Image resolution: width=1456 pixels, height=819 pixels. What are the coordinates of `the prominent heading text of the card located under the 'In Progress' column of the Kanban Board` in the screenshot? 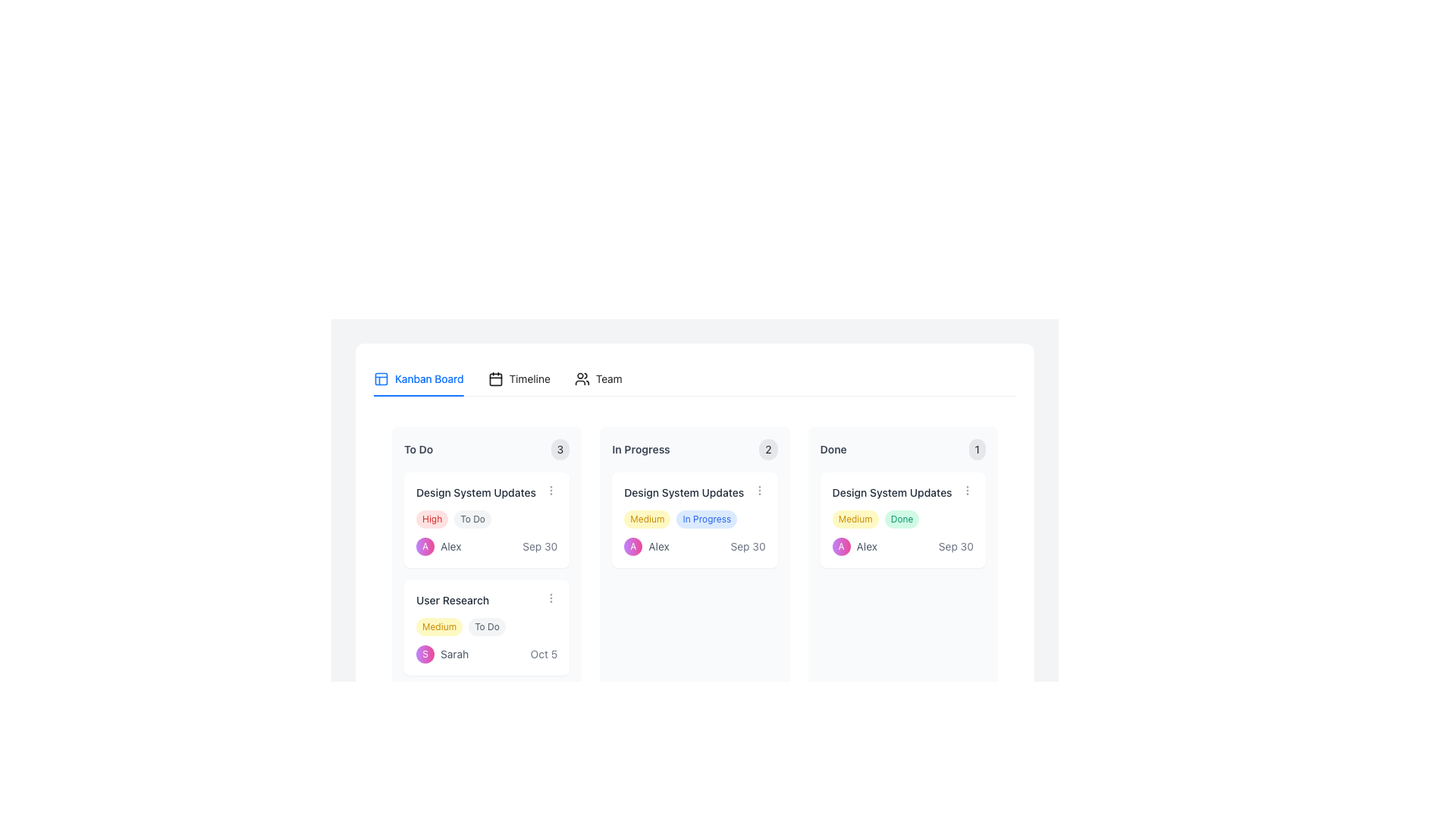 It's located at (694, 493).